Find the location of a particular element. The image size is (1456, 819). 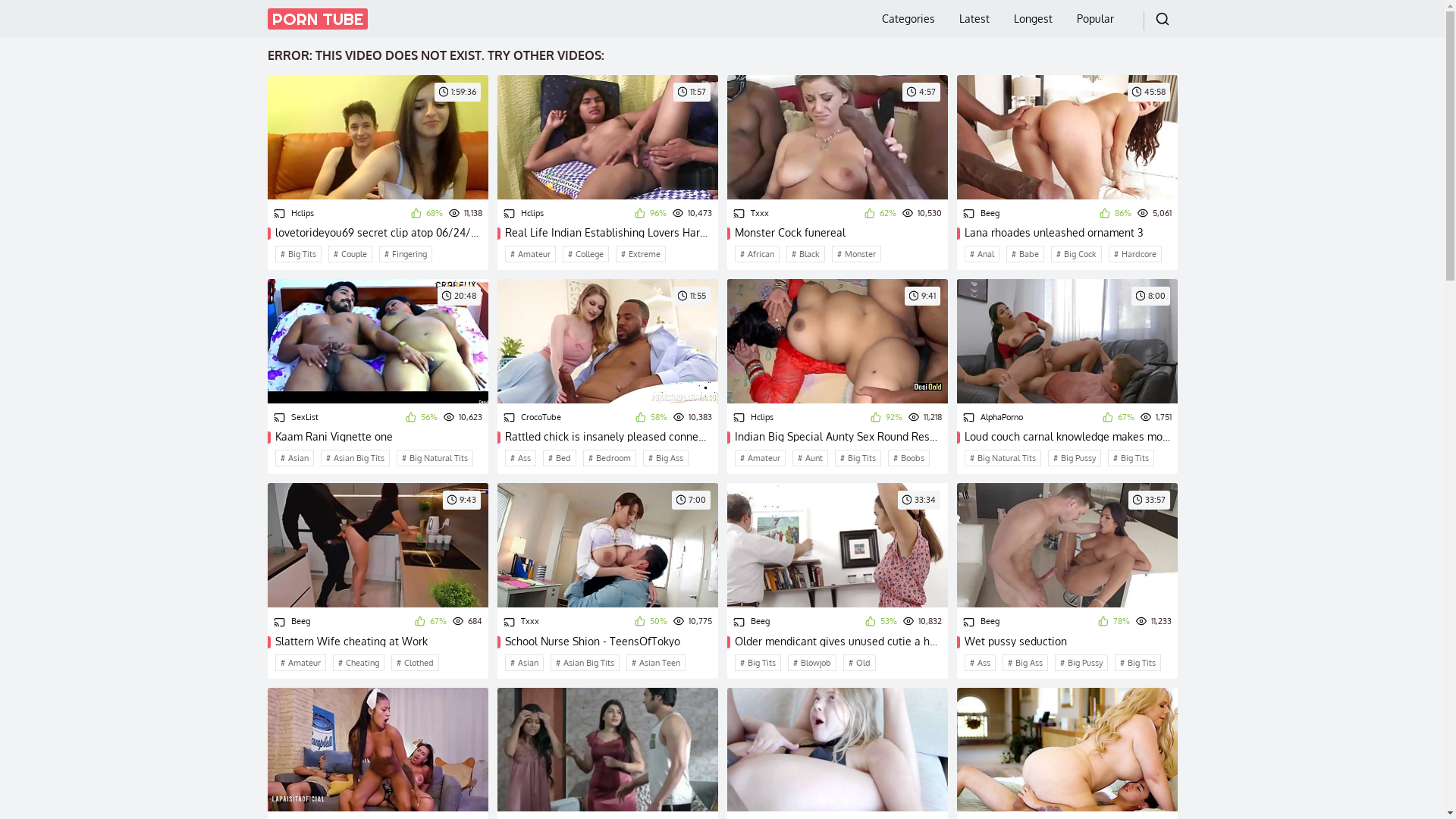

'Slattern Wife cheating at Work' is located at coordinates (274, 641).